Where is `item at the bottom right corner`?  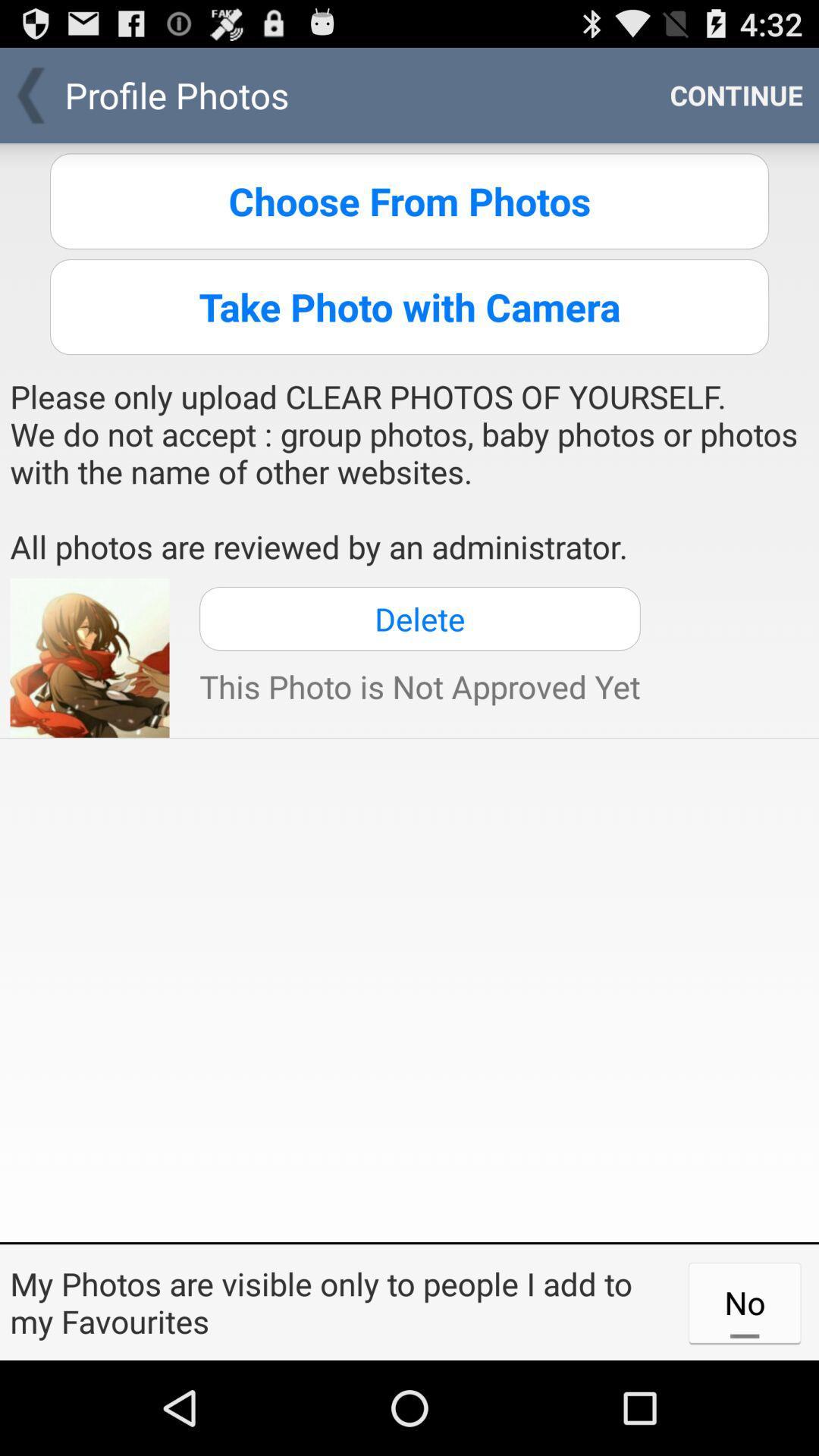 item at the bottom right corner is located at coordinates (744, 1301).